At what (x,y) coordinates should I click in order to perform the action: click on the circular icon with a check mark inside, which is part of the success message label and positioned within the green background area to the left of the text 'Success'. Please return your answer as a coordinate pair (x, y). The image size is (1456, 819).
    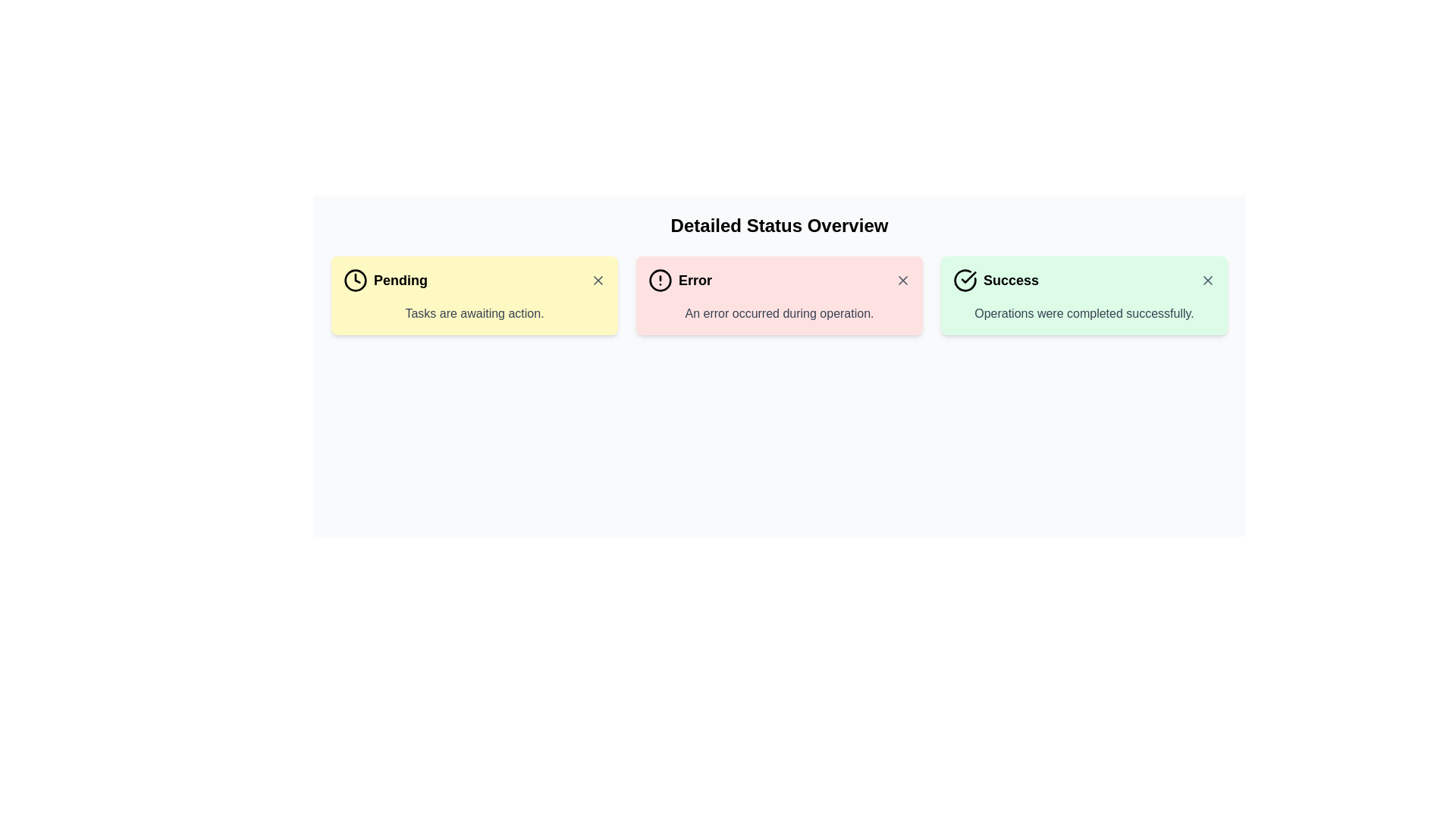
    Looking at the image, I should click on (964, 281).